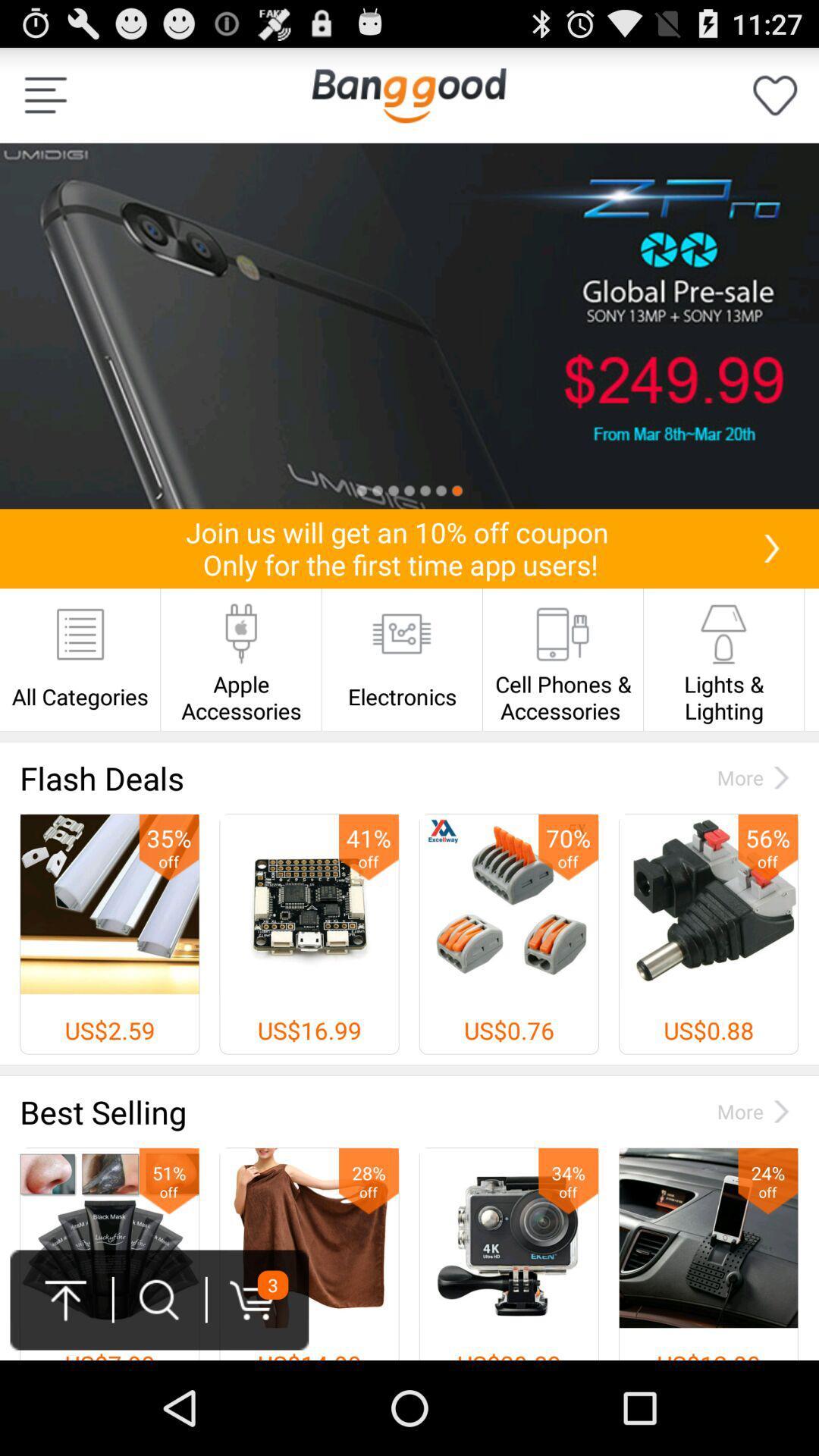  I want to click on favorite, so click(775, 94).